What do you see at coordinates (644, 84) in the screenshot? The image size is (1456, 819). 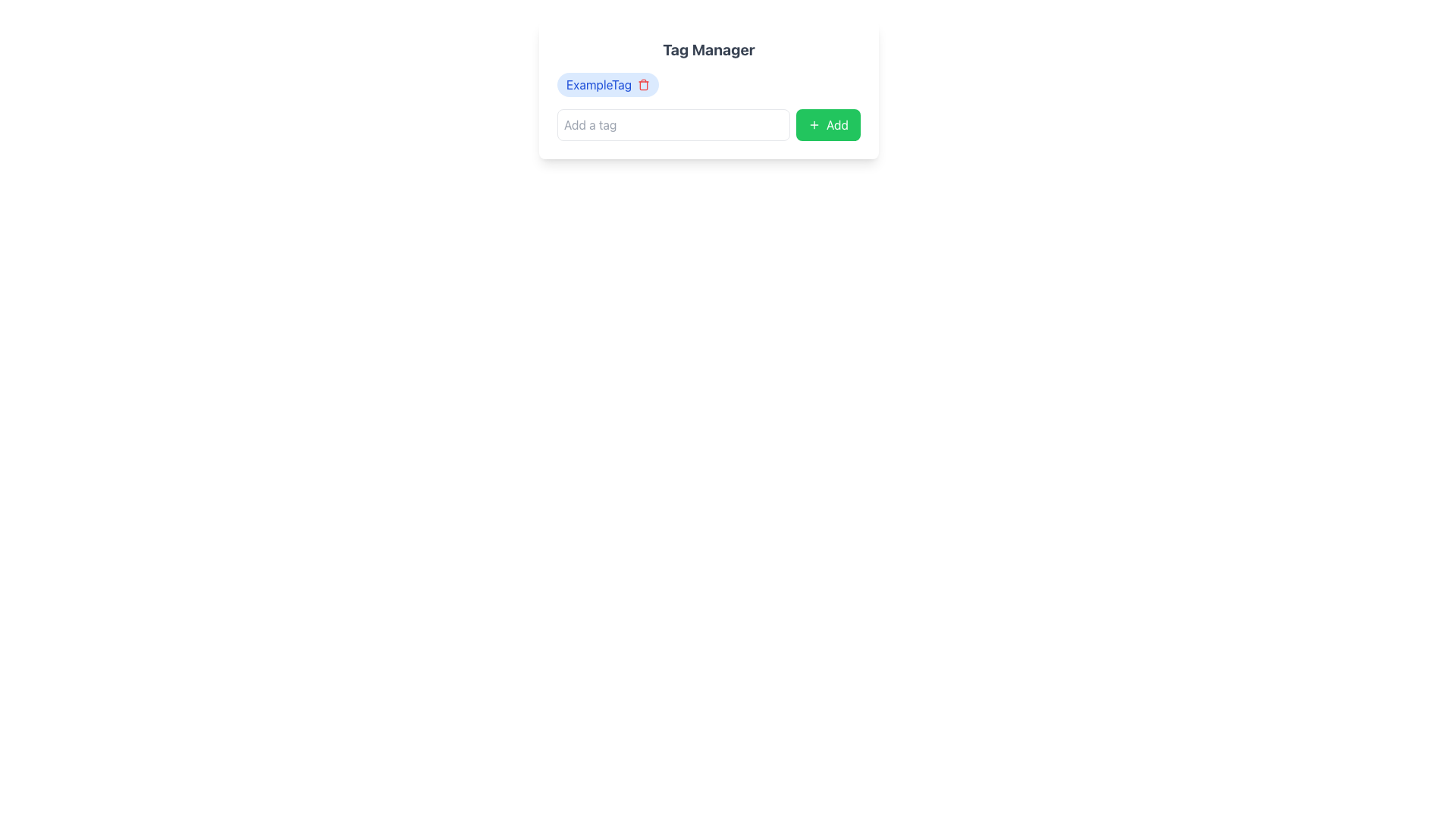 I see `the red trash icon button located next to the text 'ExampleTag'` at bounding box center [644, 84].